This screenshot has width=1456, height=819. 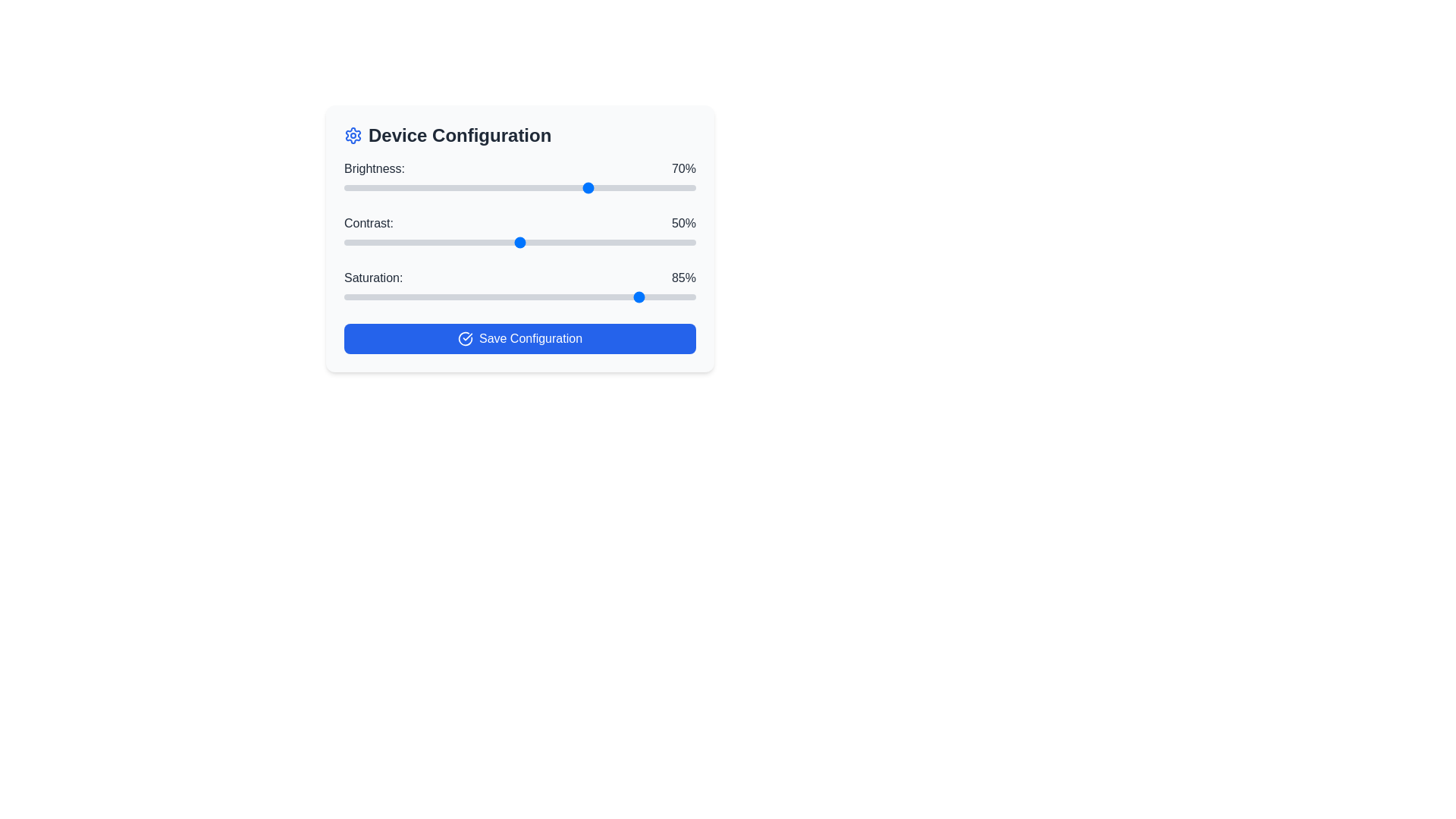 What do you see at coordinates (465, 338) in the screenshot?
I see `the circular checkmark icon with a blue foreground inside the 'Save Configuration' button` at bounding box center [465, 338].